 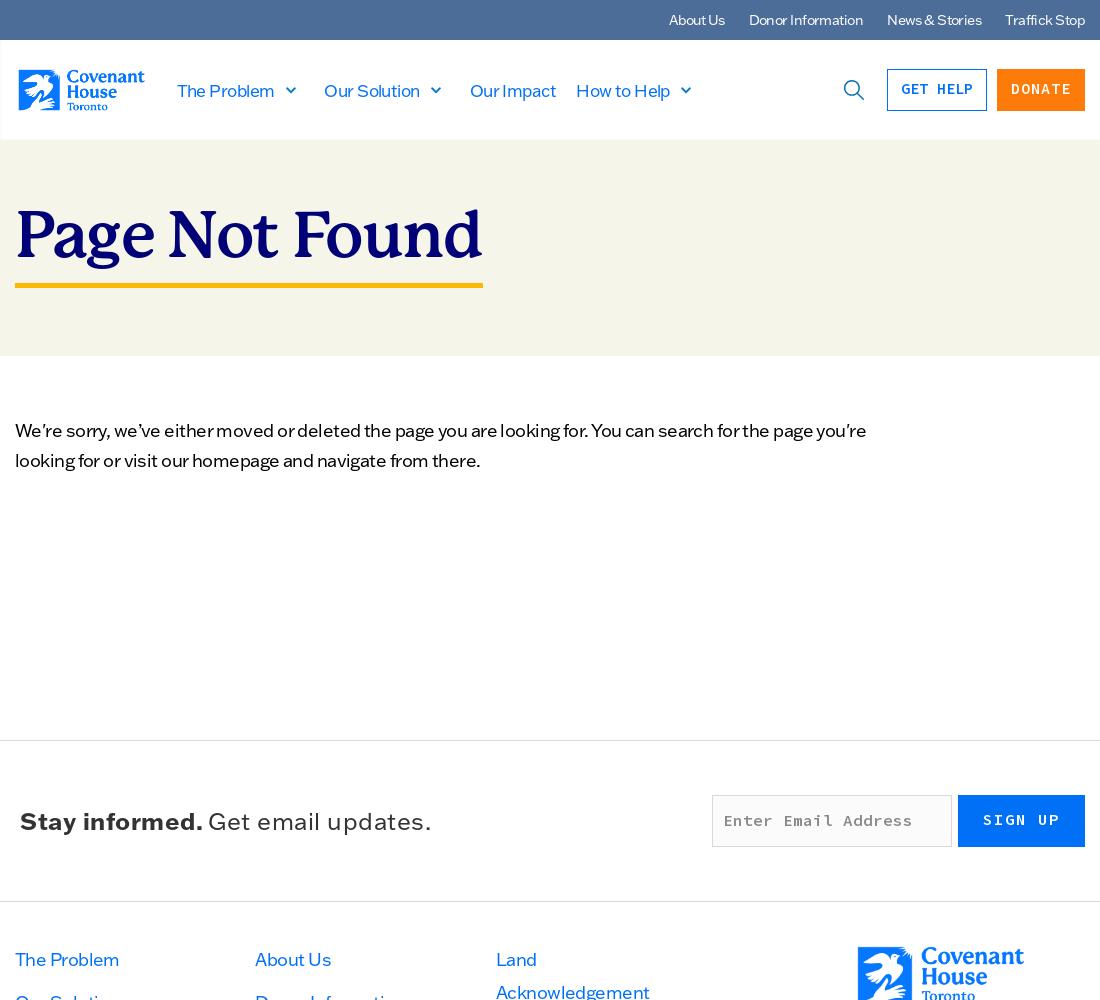 What do you see at coordinates (107, 383) in the screenshot?
I see `'Next Gen Council'` at bounding box center [107, 383].